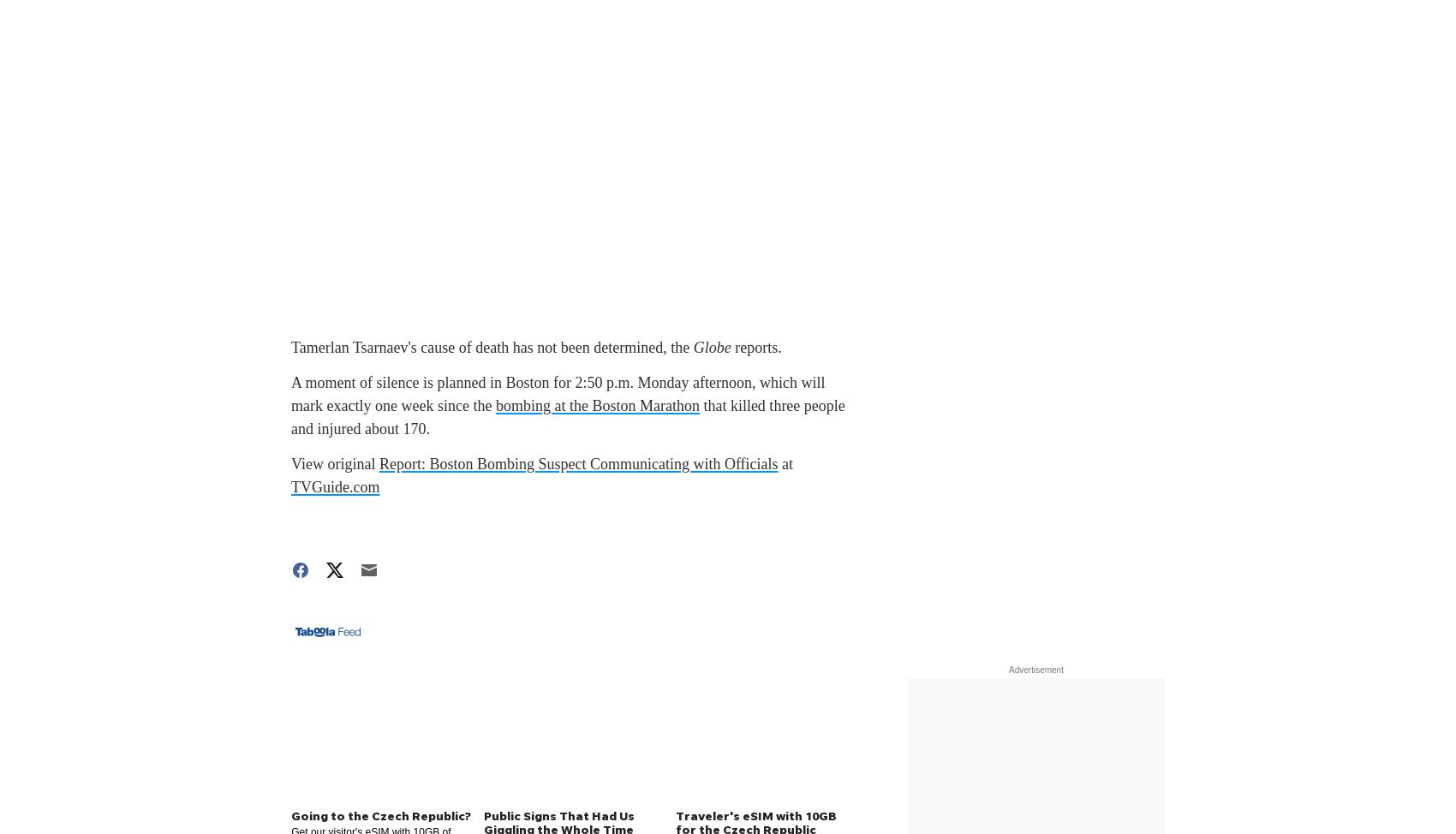 Image resolution: width=1456 pixels, height=834 pixels. What do you see at coordinates (710, 347) in the screenshot?
I see `'Globe'` at bounding box center [710, 347].